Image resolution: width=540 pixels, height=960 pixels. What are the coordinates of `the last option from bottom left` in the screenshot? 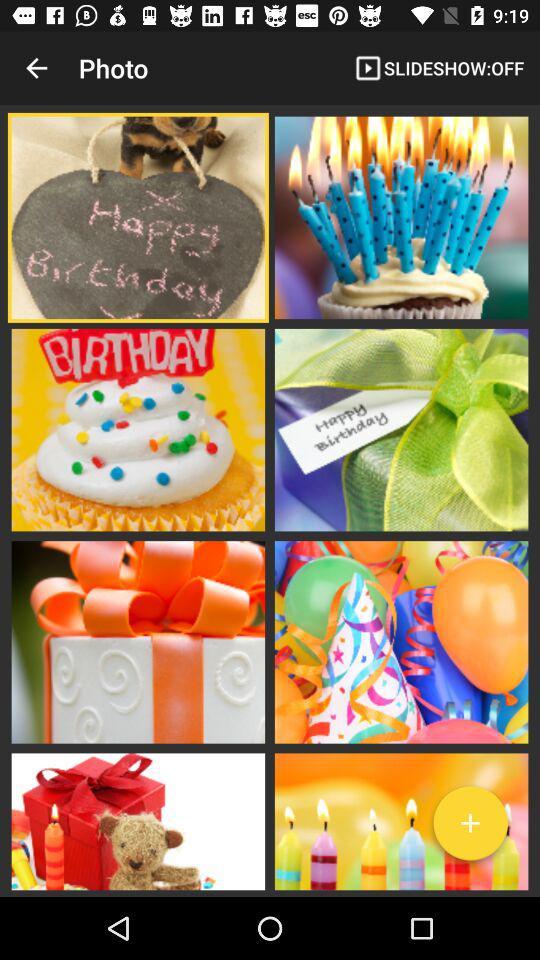 It's located at (137, 820).